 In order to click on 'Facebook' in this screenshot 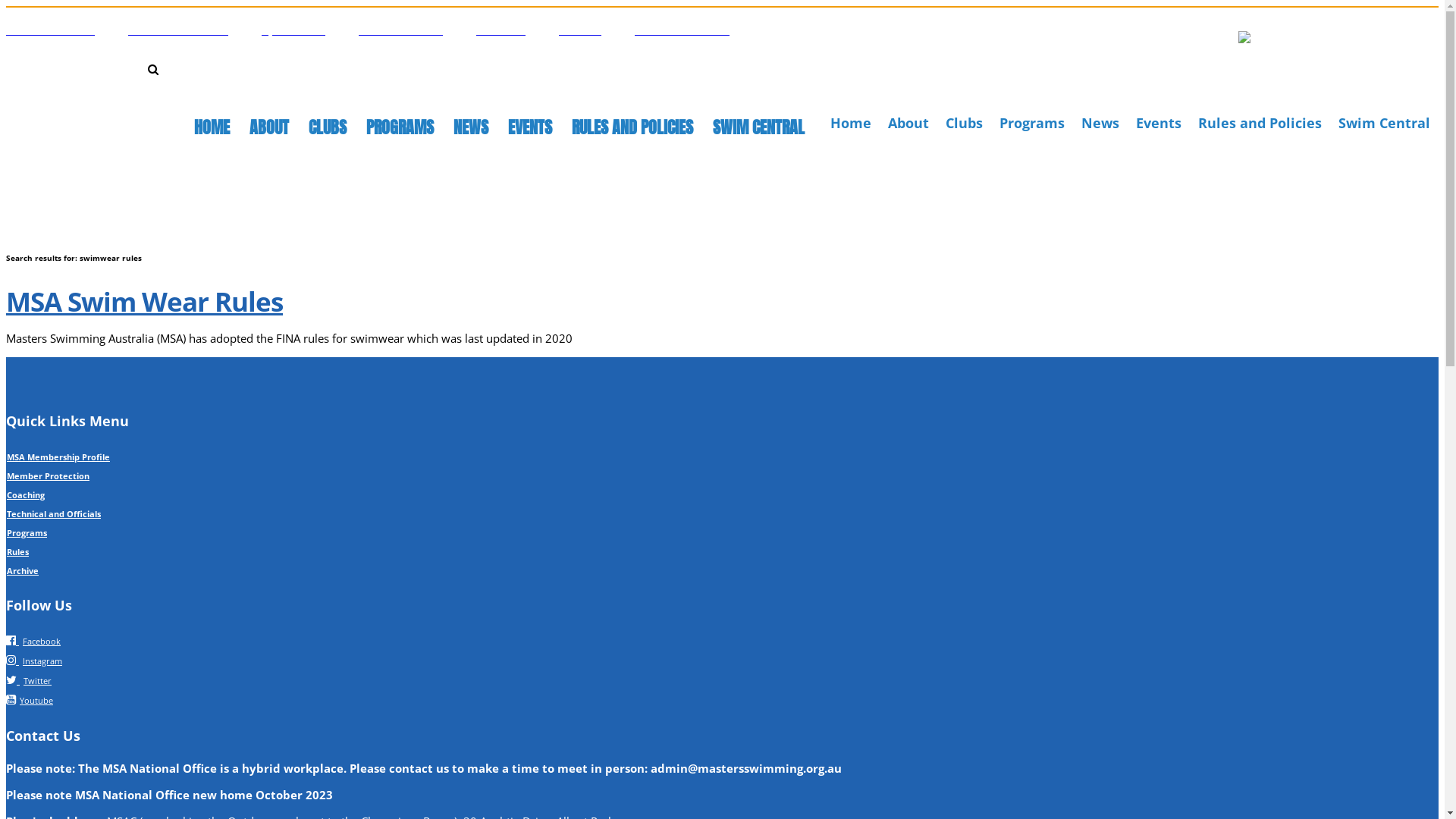, I will do `click(33, 640)`.